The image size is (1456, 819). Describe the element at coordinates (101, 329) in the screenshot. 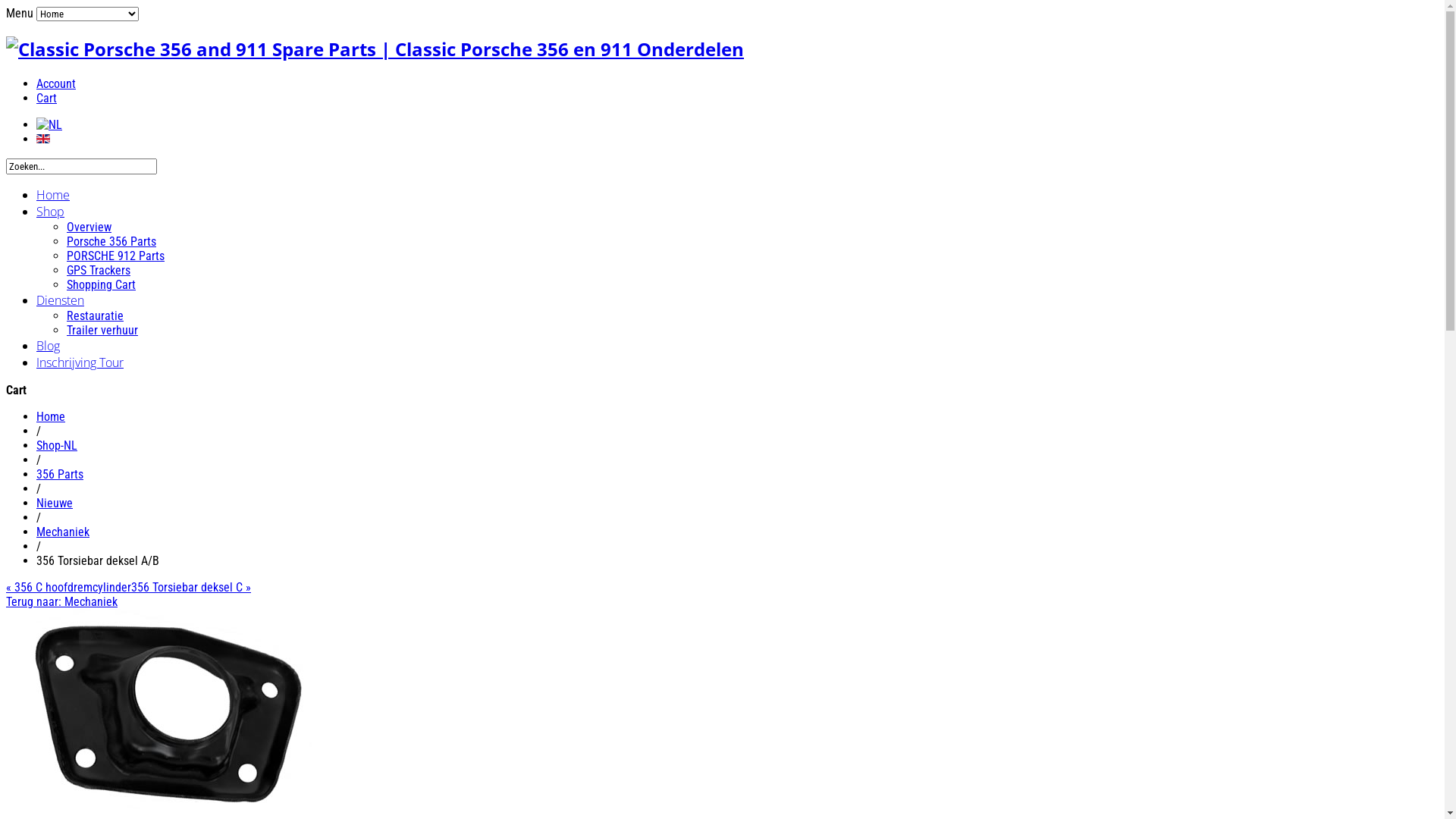

I see `'Trailer verhuur'` at that location.